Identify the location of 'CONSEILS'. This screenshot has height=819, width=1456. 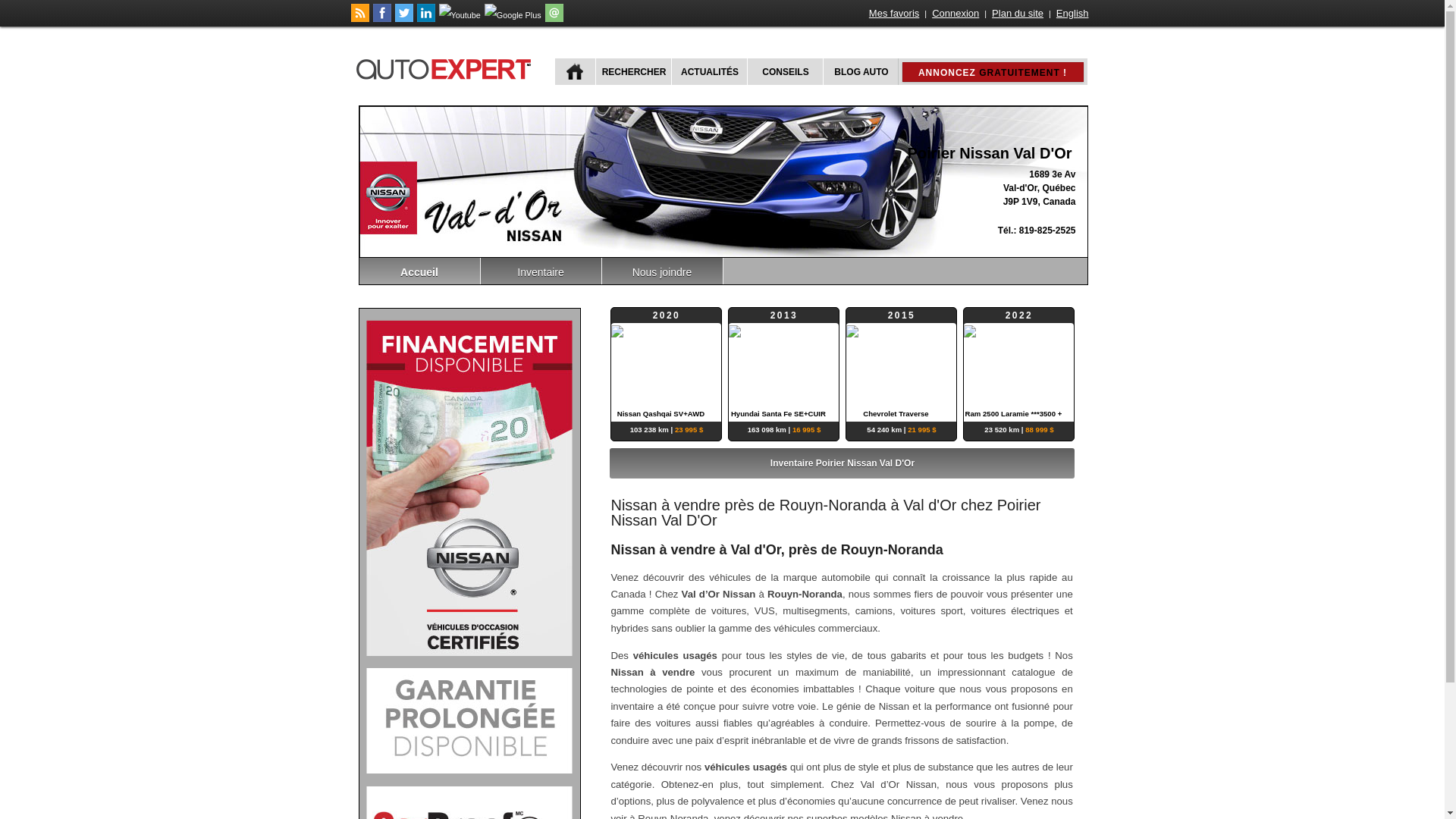
(783, 71).